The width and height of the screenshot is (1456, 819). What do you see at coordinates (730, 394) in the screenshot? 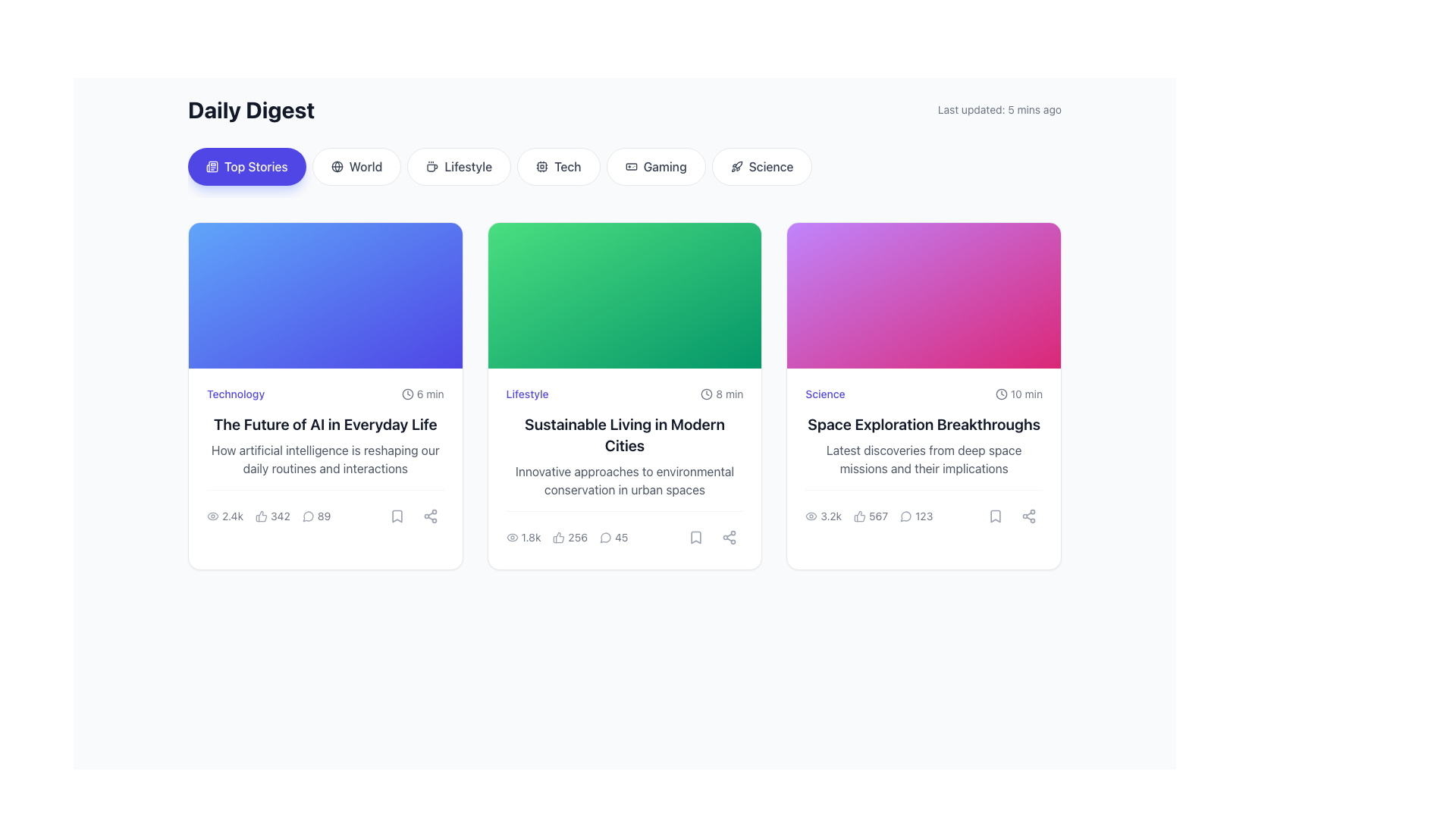
I see `the text label displaying '8 min' in gray color, located in the second card under the 'Lifestyle' heading` at bounding box center [730, 394].